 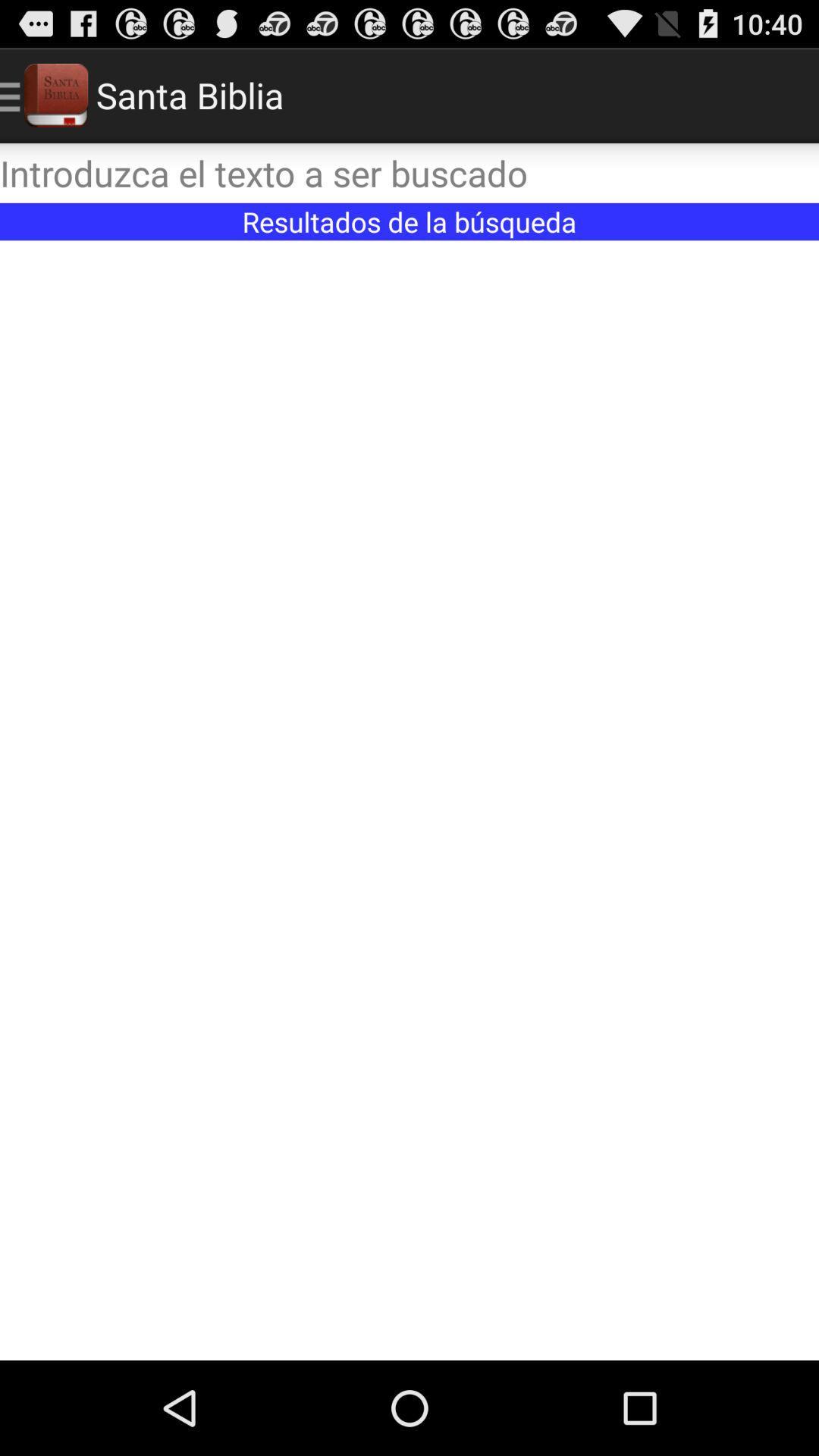 What do you see at coordinates (409, 799) in the screenshot?
I see `item below the resultados de la` at bounding box center [409, 799].